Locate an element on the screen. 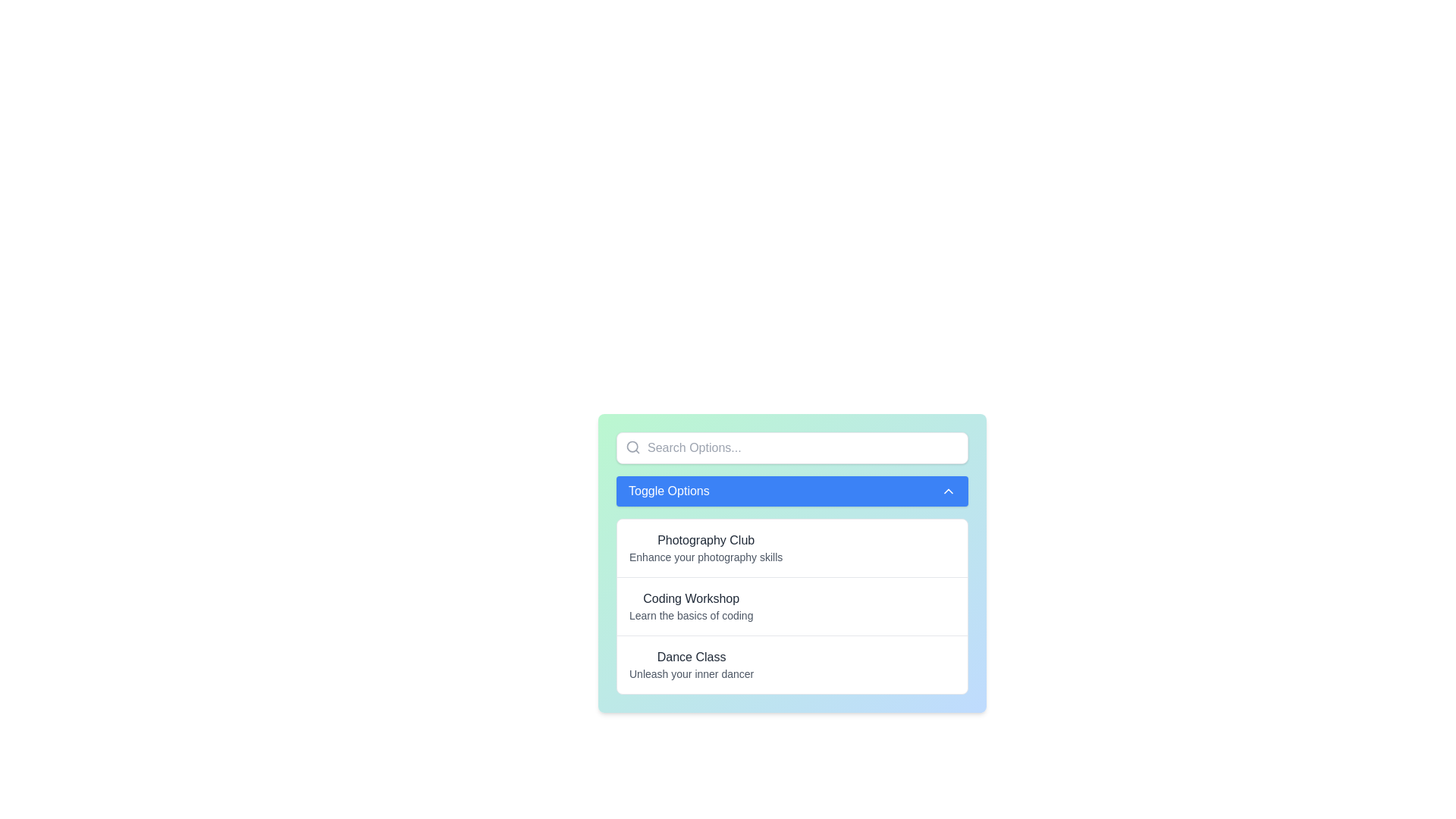  the upward-pointing chevron icon located on the far-right side of the blue button labeled 'Toggle Options' is located at coordinates (948, 491).